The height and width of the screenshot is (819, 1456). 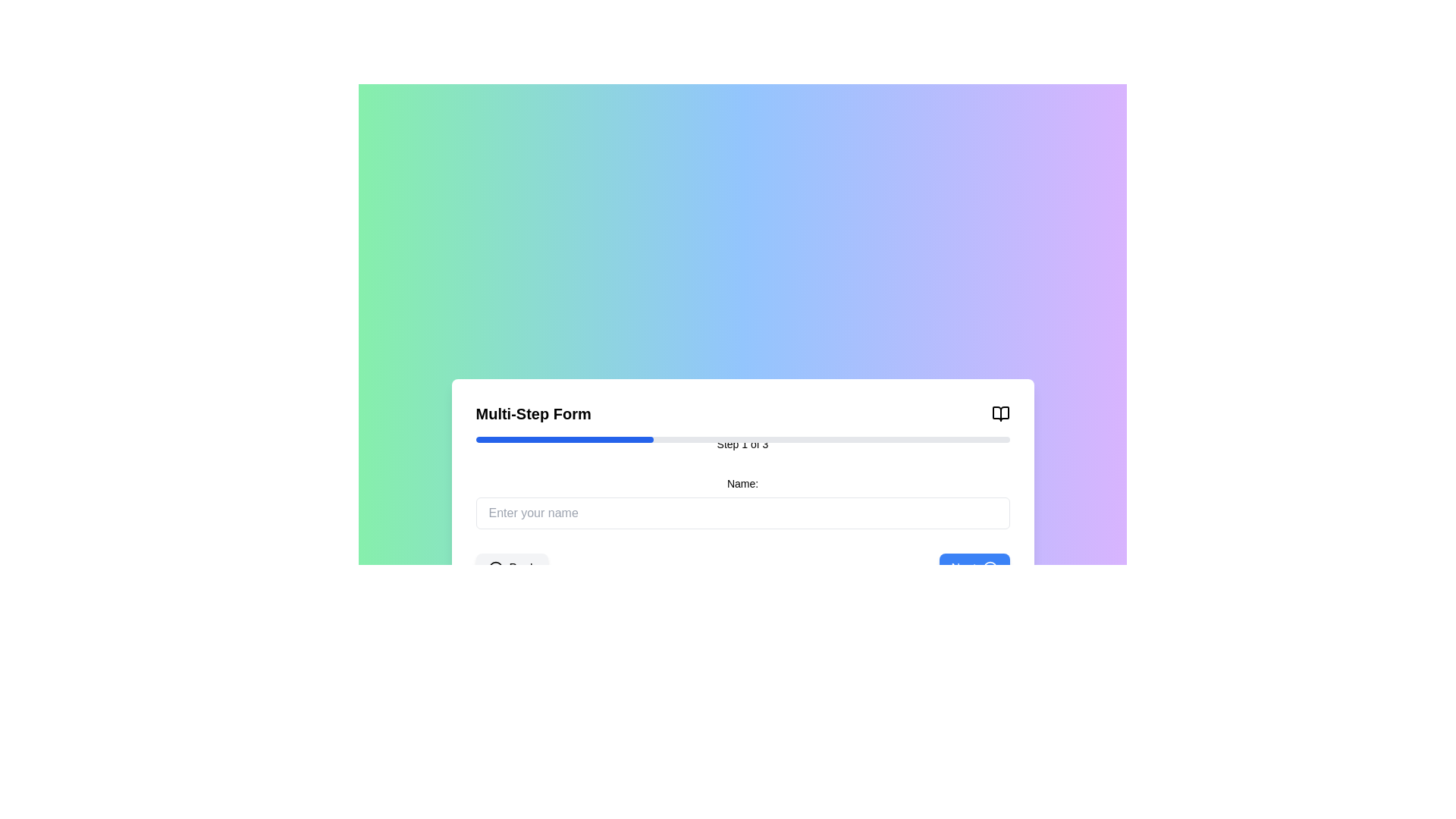 I want to click on the progress bar chunk that visually represents the current step's completion in the multi-step process, located beneath the header 'Multi-Step Form' and above the label 'Step 1 of 3', so click(x=563, y=439).